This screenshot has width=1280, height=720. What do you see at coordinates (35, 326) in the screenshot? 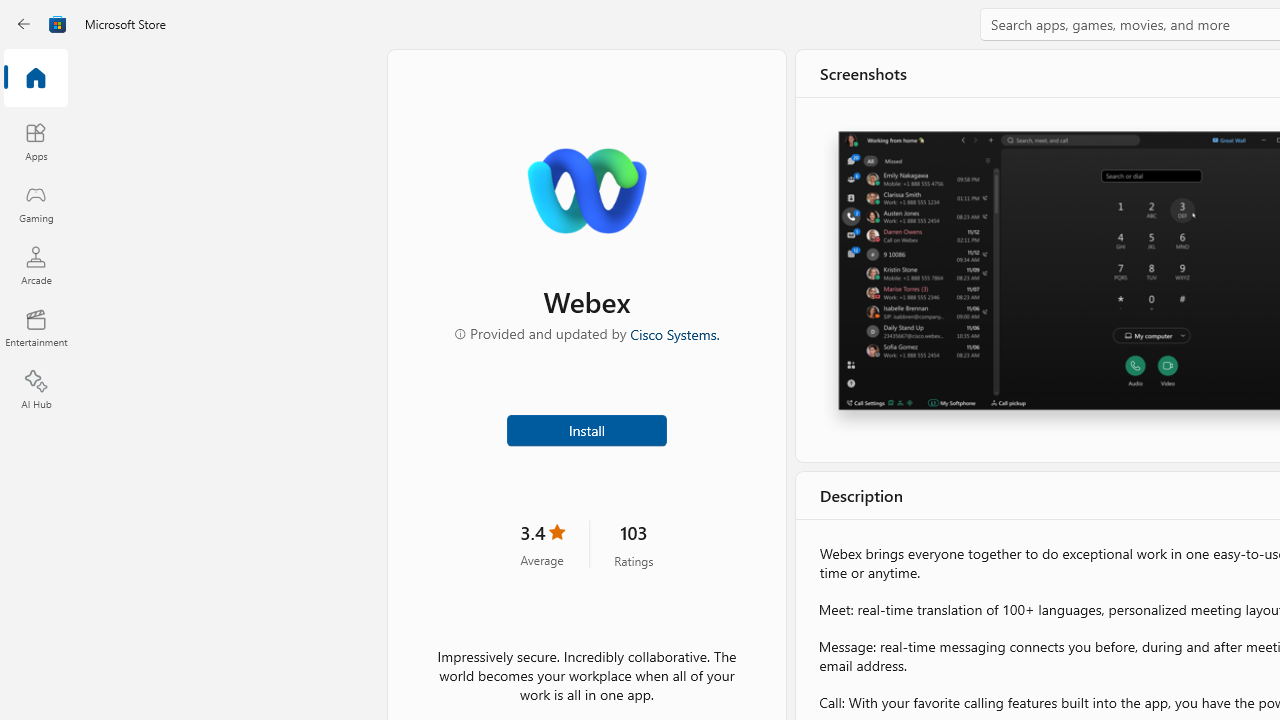
I see `'Entertainment'` at bounding box center [35, 326].